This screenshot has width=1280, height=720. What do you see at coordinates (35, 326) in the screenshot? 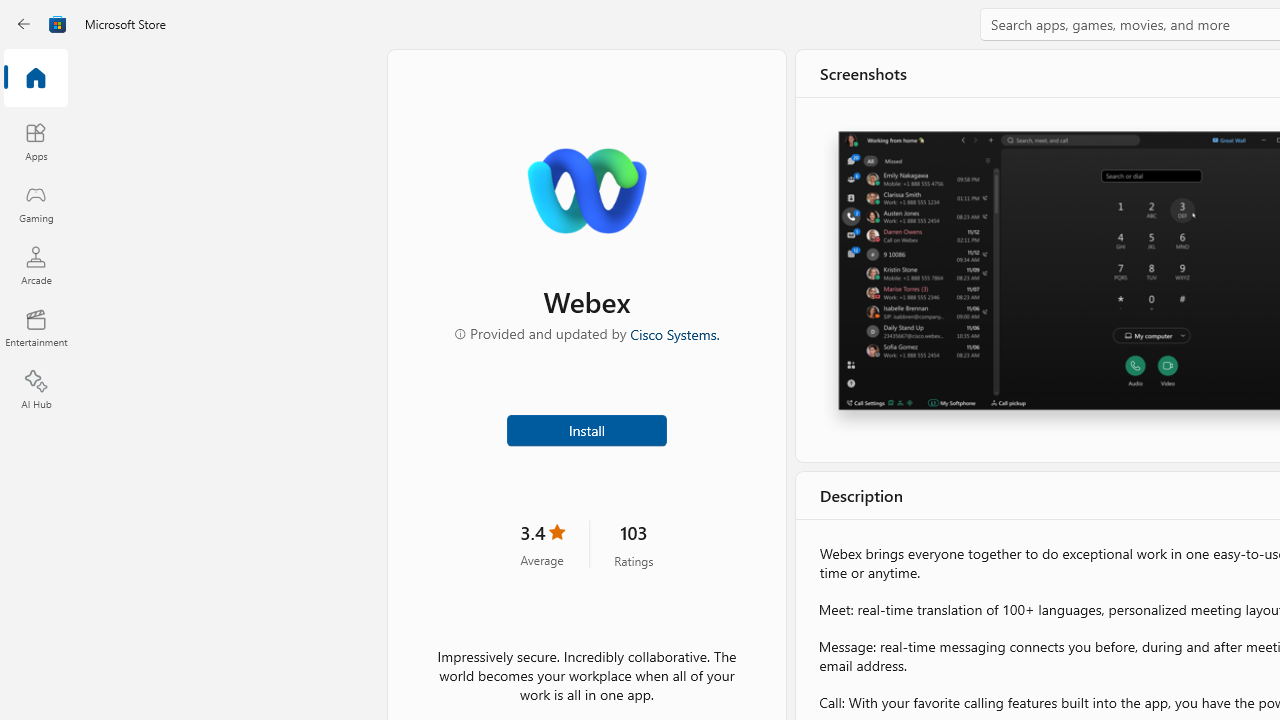
I see `'Entertainment'` at bounding box center [35, 326].